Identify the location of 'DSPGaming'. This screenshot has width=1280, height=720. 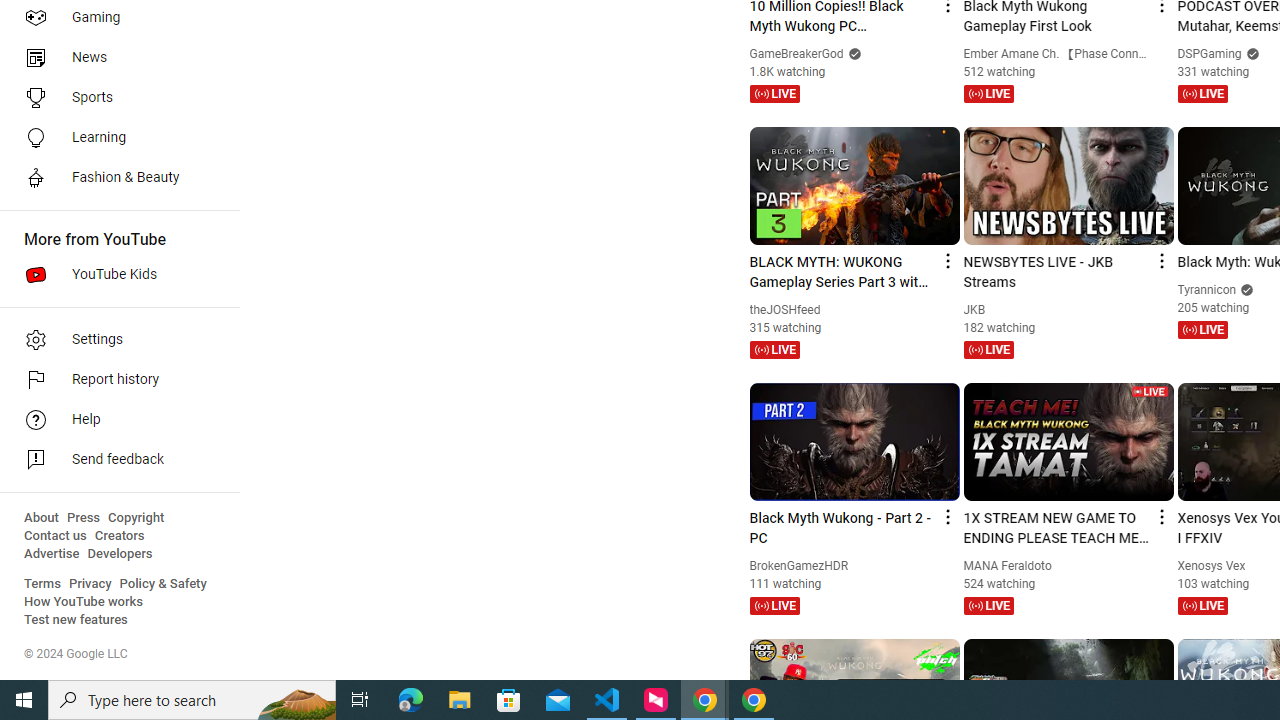
(1209, 53).